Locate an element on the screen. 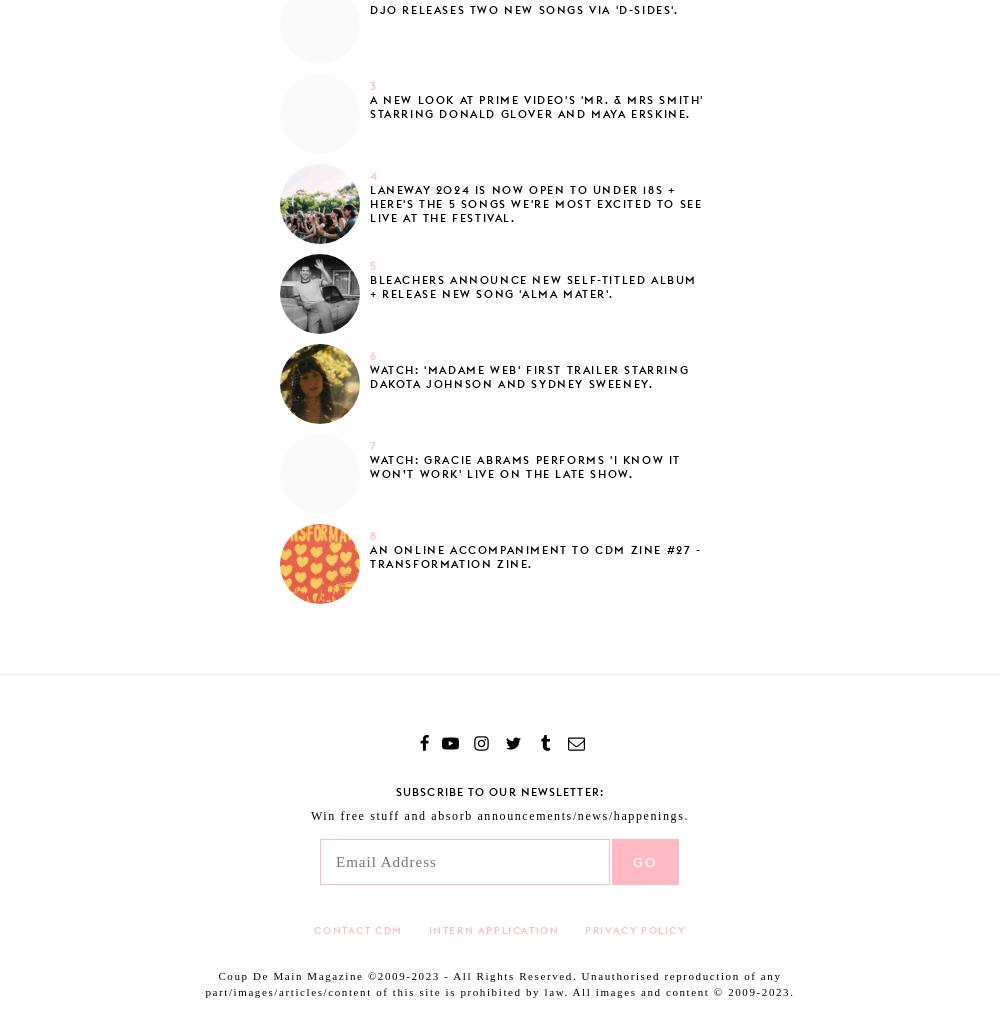 Image resolution: width=1000 pixels, height=1019 pixels. 'Watch: Gracie Abrams performs 'I Know It Won’t Work' live on The Late Show.' is located at coordinates (525, 466).